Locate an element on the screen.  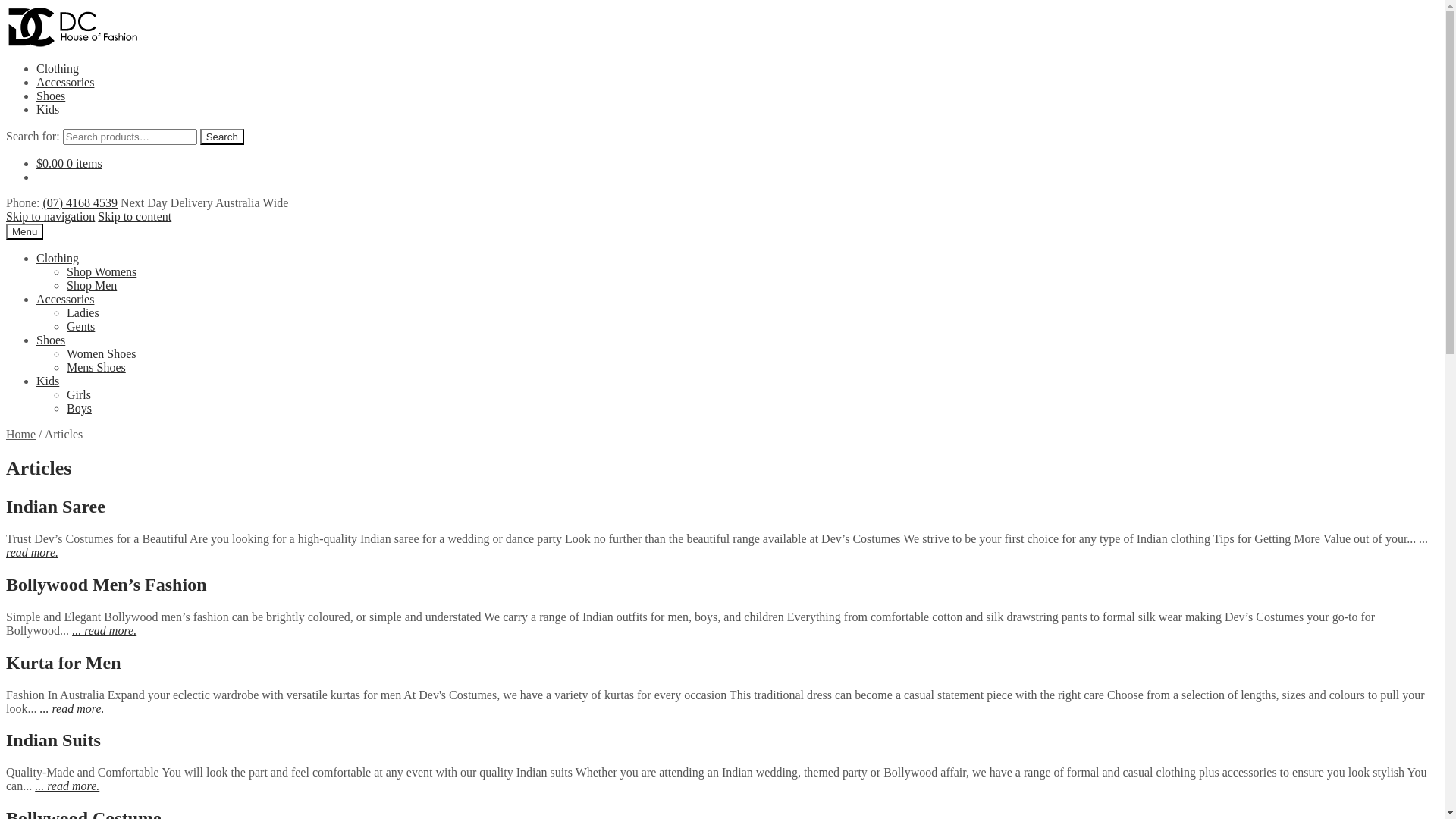
'Search' is located at coordinates (221, 136).